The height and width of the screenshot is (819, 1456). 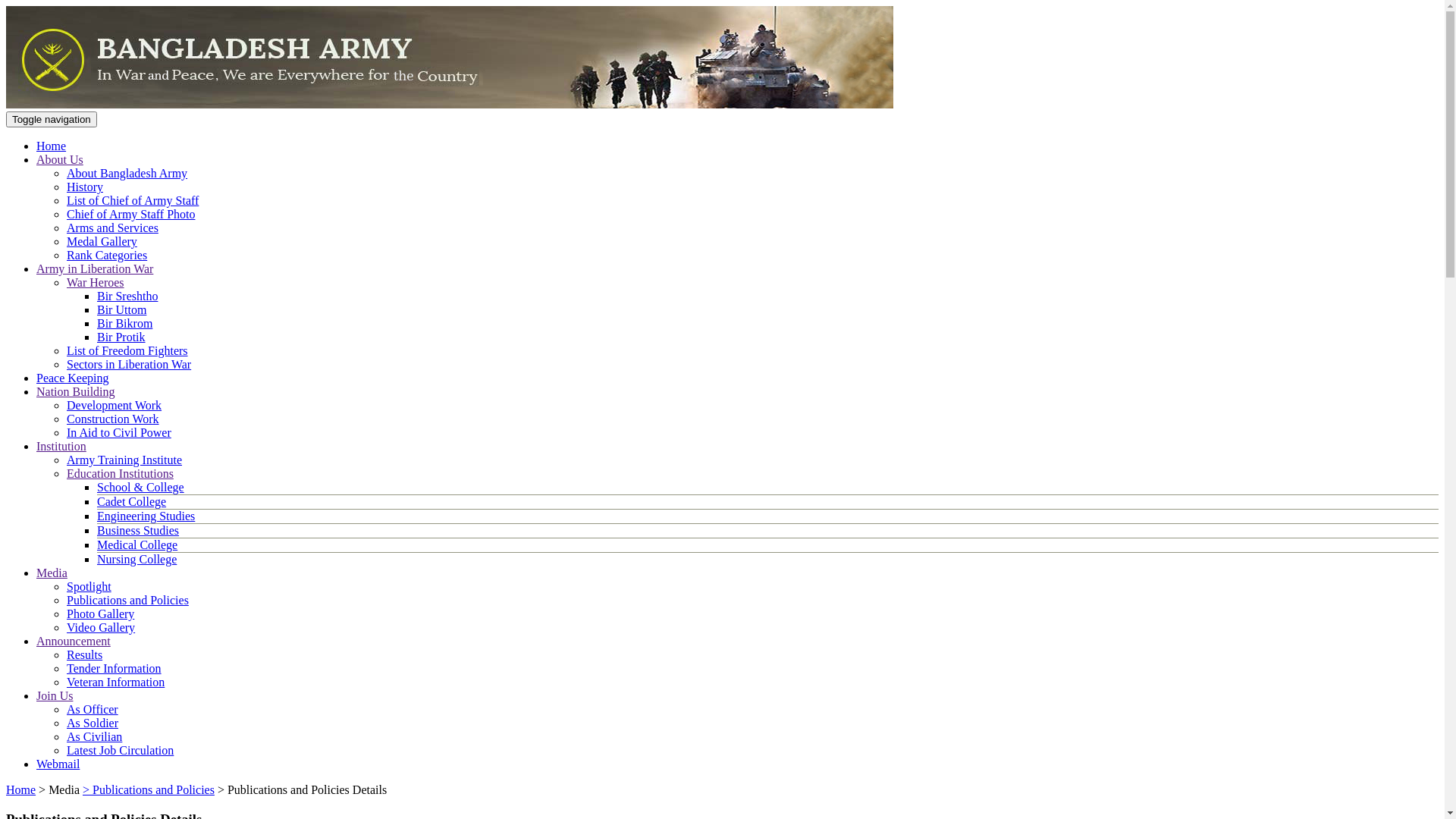 I want to click on 'As Officer', so click(x=65, y=709).